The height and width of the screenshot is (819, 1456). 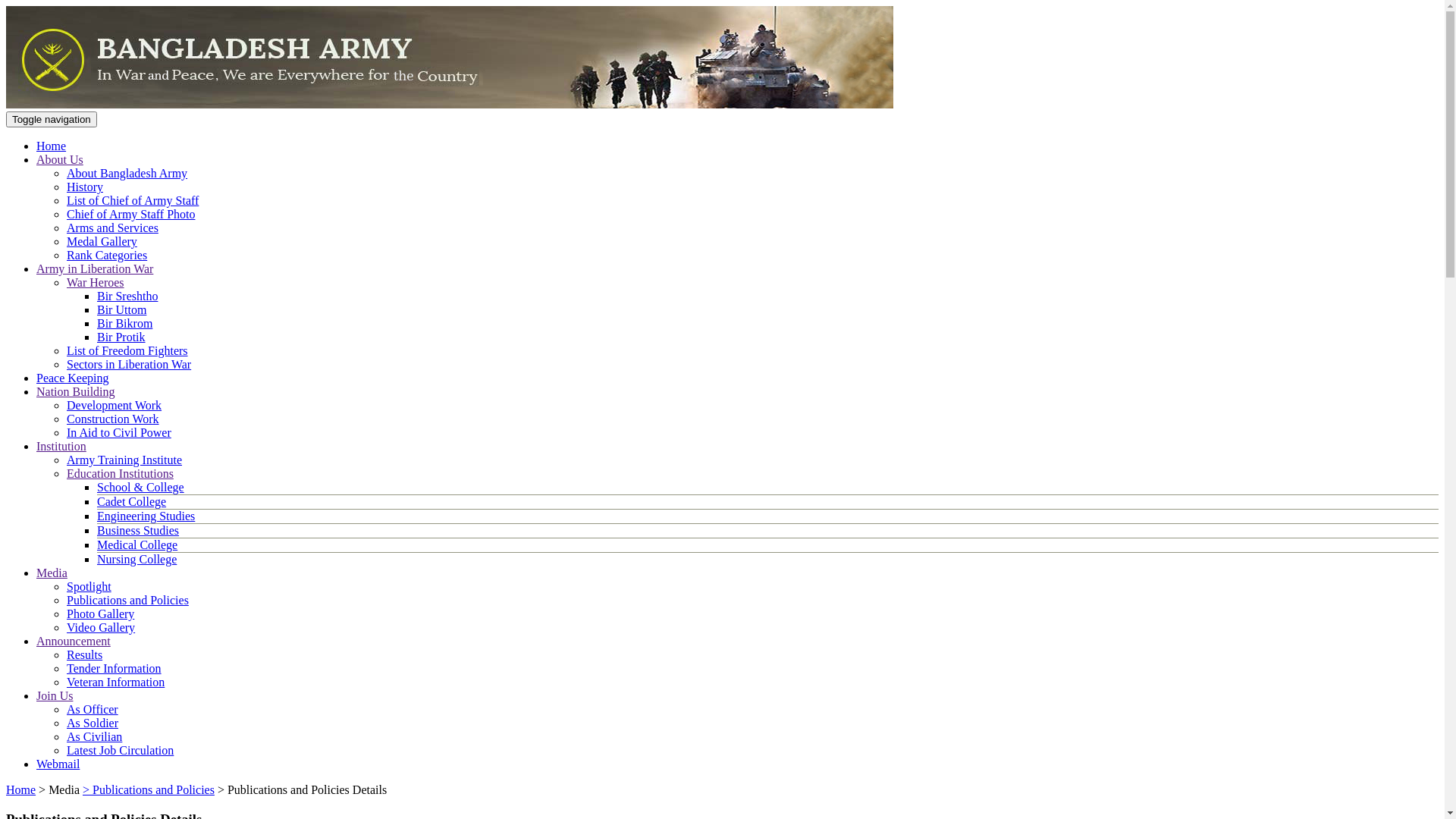 I want to click on 'As Officer', so click(x=65, y=709).